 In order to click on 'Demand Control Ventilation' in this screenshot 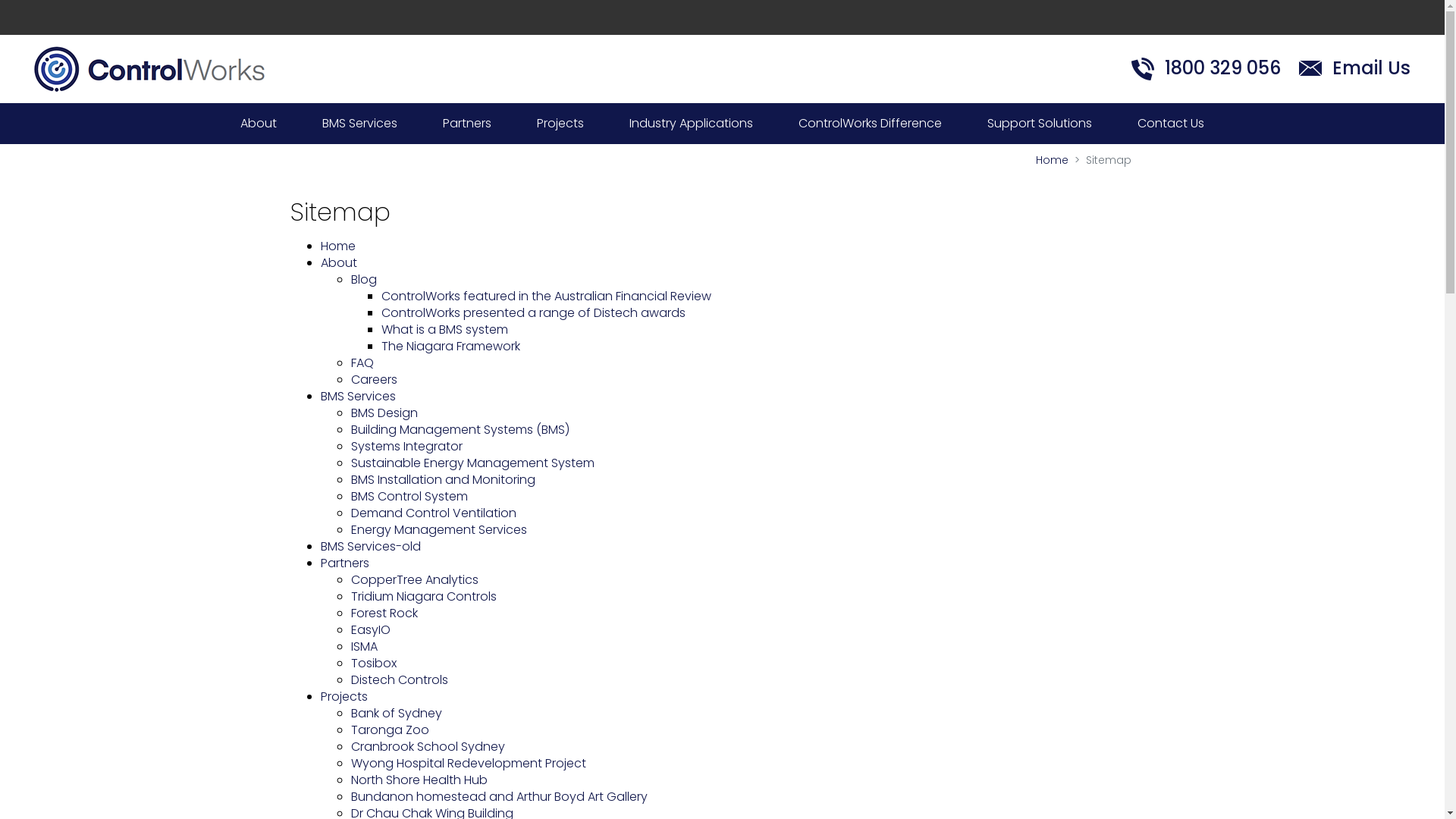, I will do `click(349, 512)`.